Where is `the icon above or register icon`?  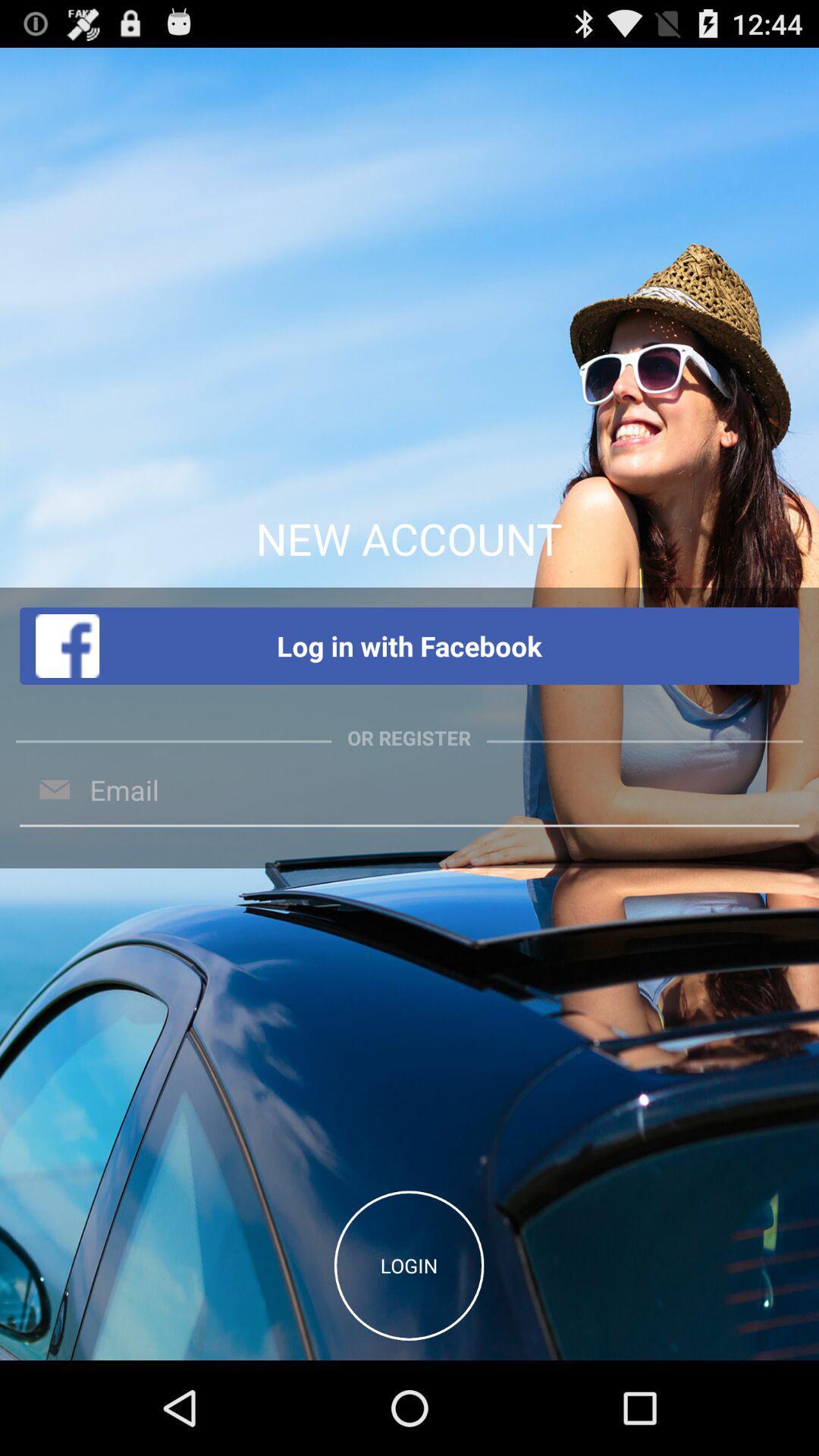
the icon above or register icon is located at coordinates (409, 646).